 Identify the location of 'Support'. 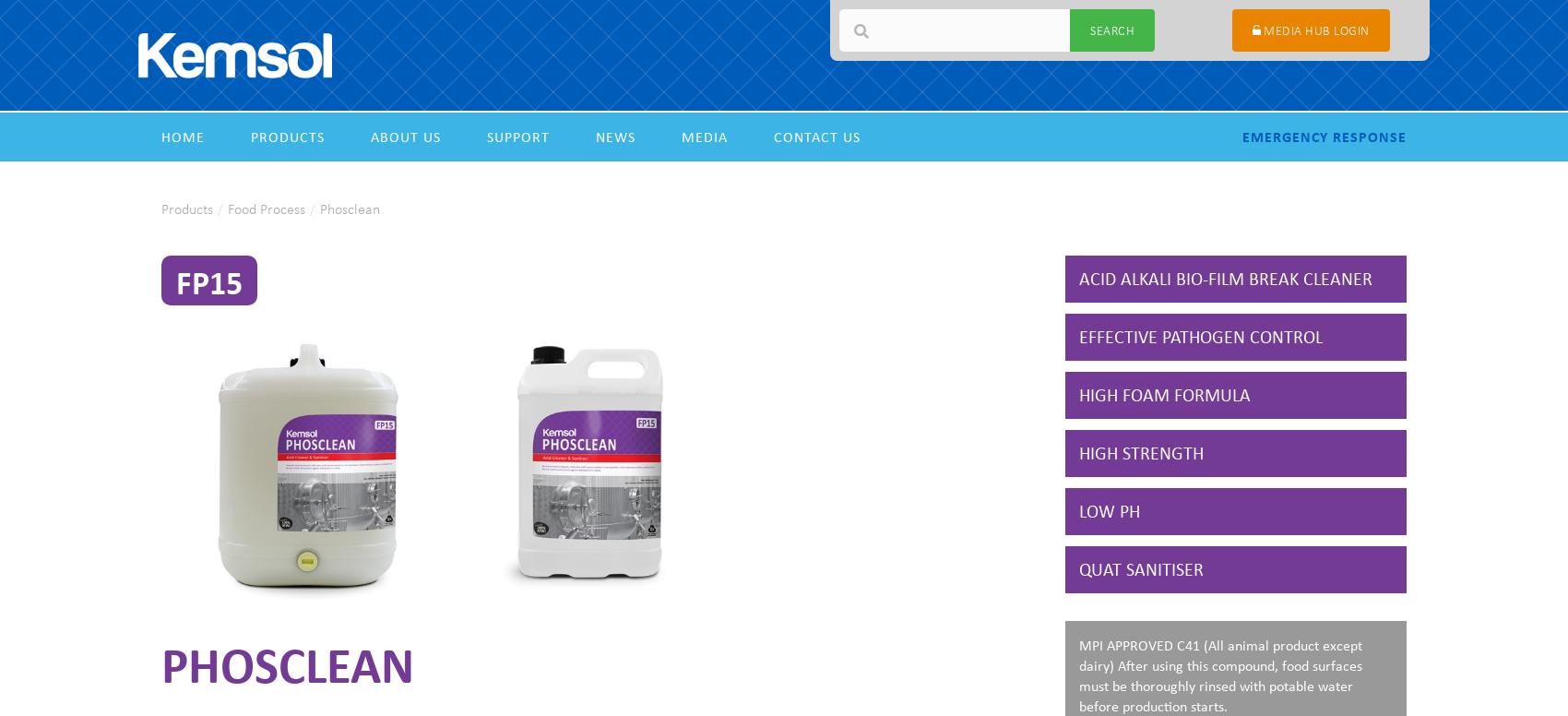
(517, 135).